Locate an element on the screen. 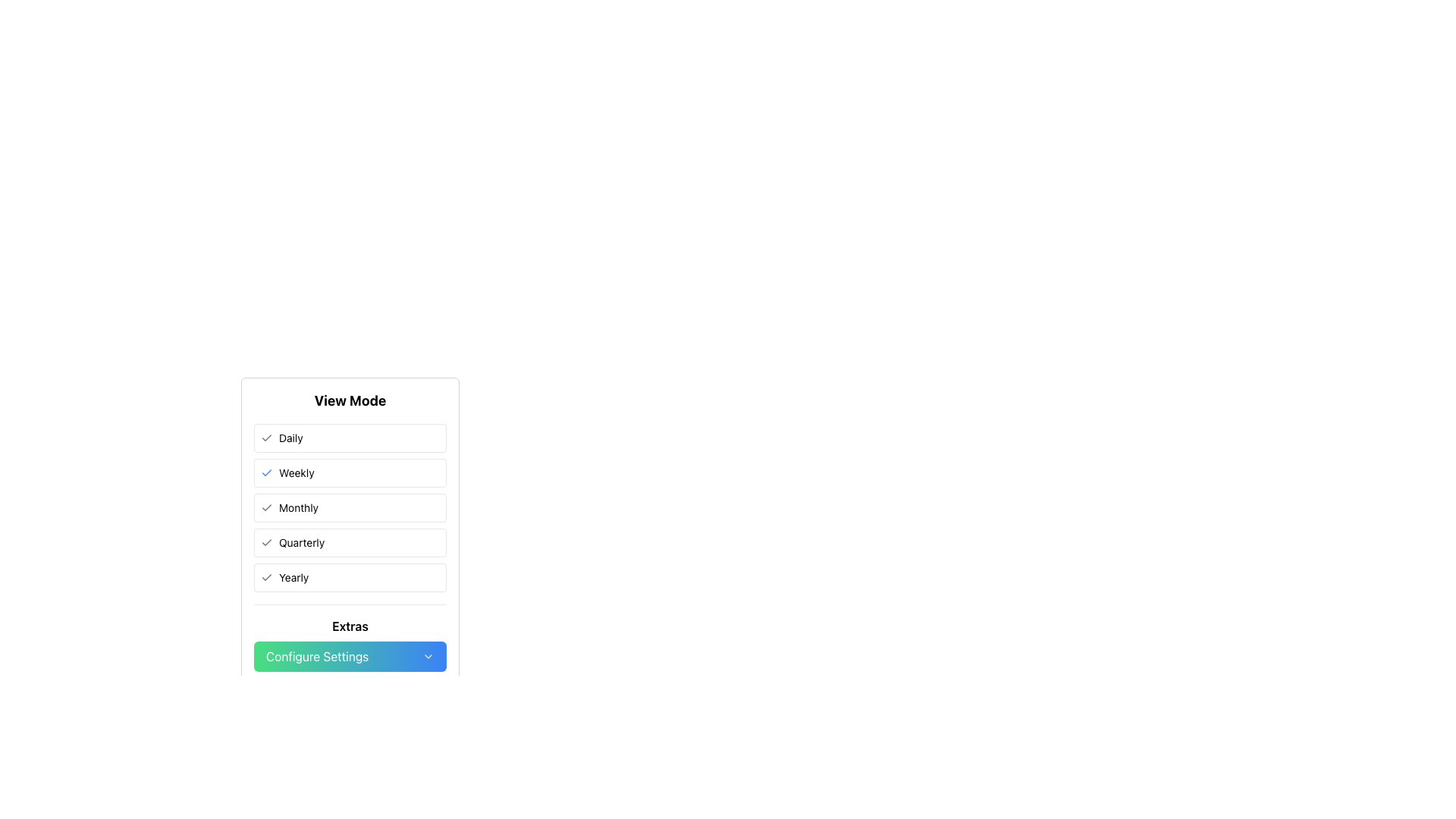 The image size is (1456, 819). the 'Quarterly' button, which is the fourth selectable option in a vertical list of buttons for choosing different time views is located at coordinates (349, 542).